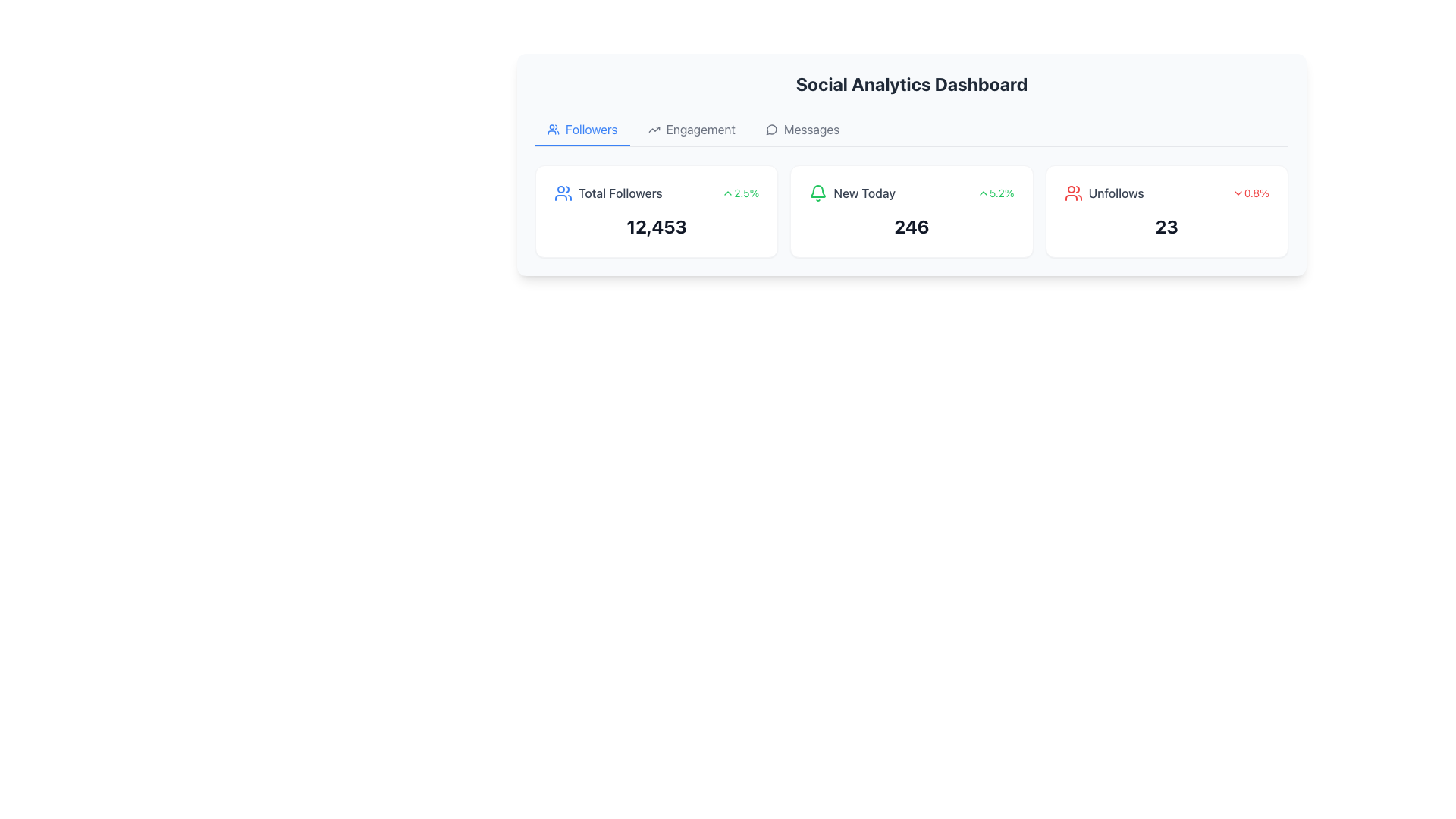 This screenshot has height=819, width=1456. Describe the element at coordinates (691, 130) in the screenshot. I see `the second menu item in the navigation bar` at that location.